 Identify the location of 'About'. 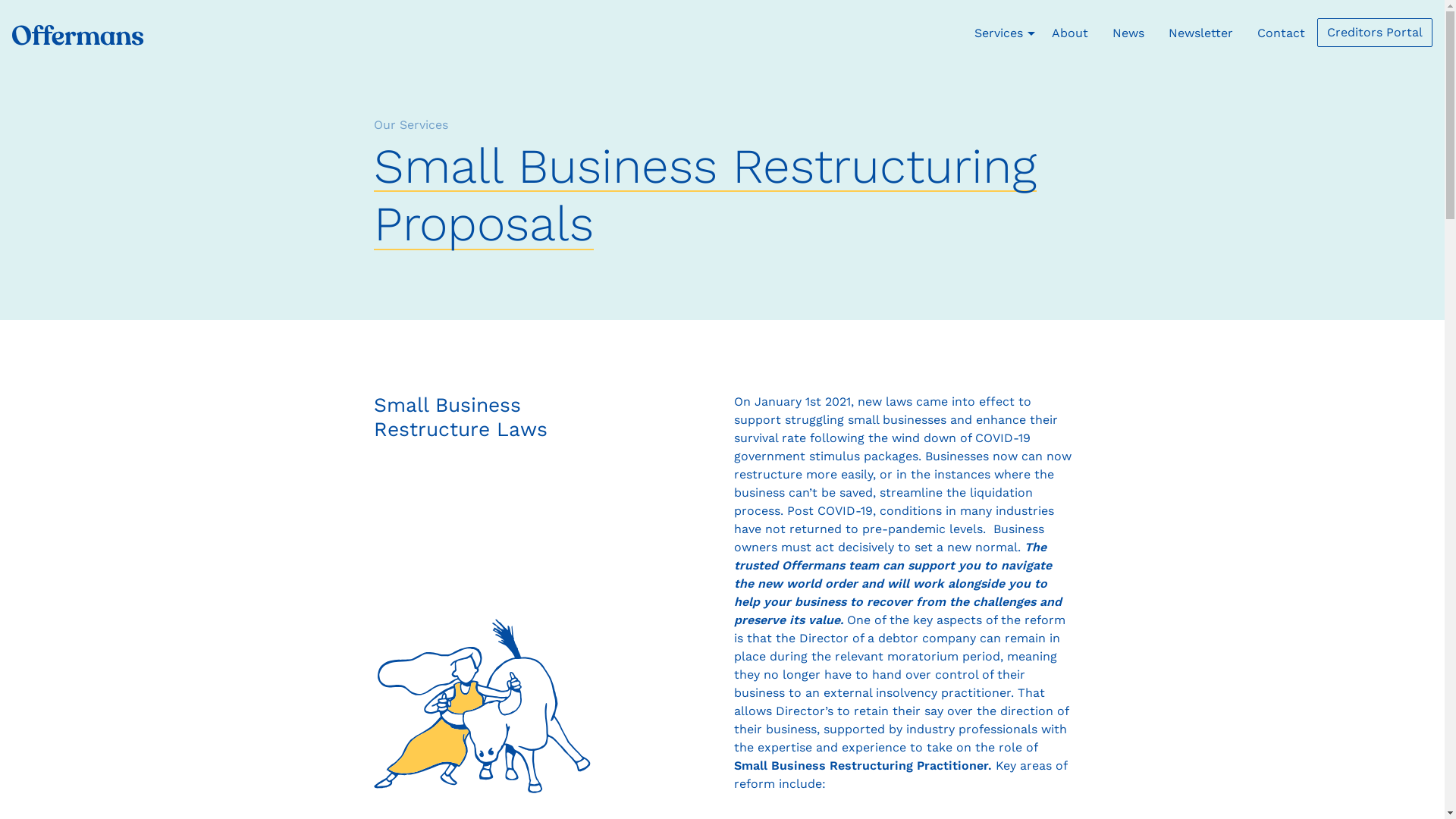
(1039, 33).